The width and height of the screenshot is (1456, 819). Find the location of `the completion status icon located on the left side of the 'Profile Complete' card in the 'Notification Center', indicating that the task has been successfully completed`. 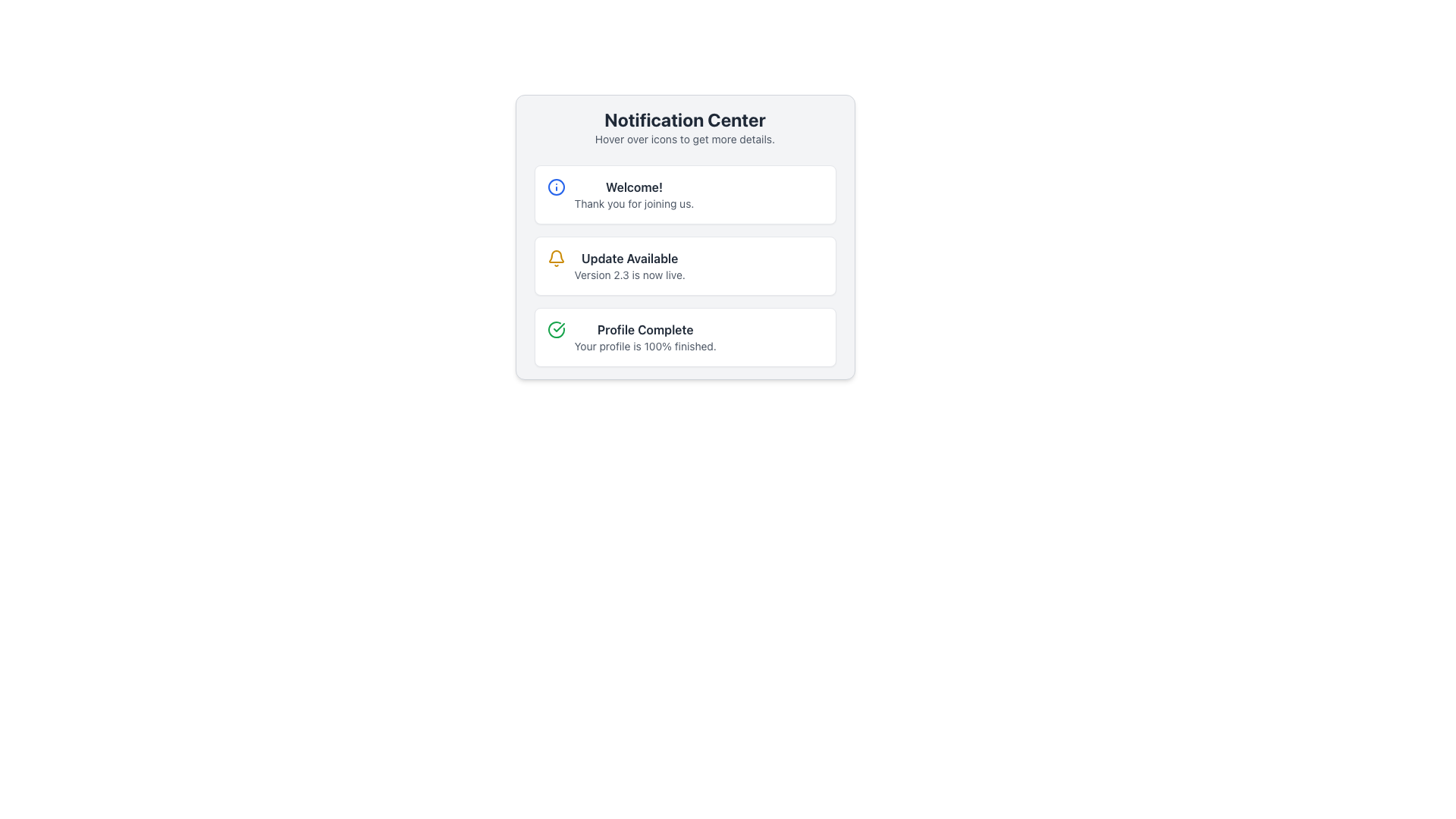

the completion status icon located on the left side of the 'Profile Complete' card in the 'Notification Center', indicating that the task has been successfully completed is located at coordinates (555, 329).